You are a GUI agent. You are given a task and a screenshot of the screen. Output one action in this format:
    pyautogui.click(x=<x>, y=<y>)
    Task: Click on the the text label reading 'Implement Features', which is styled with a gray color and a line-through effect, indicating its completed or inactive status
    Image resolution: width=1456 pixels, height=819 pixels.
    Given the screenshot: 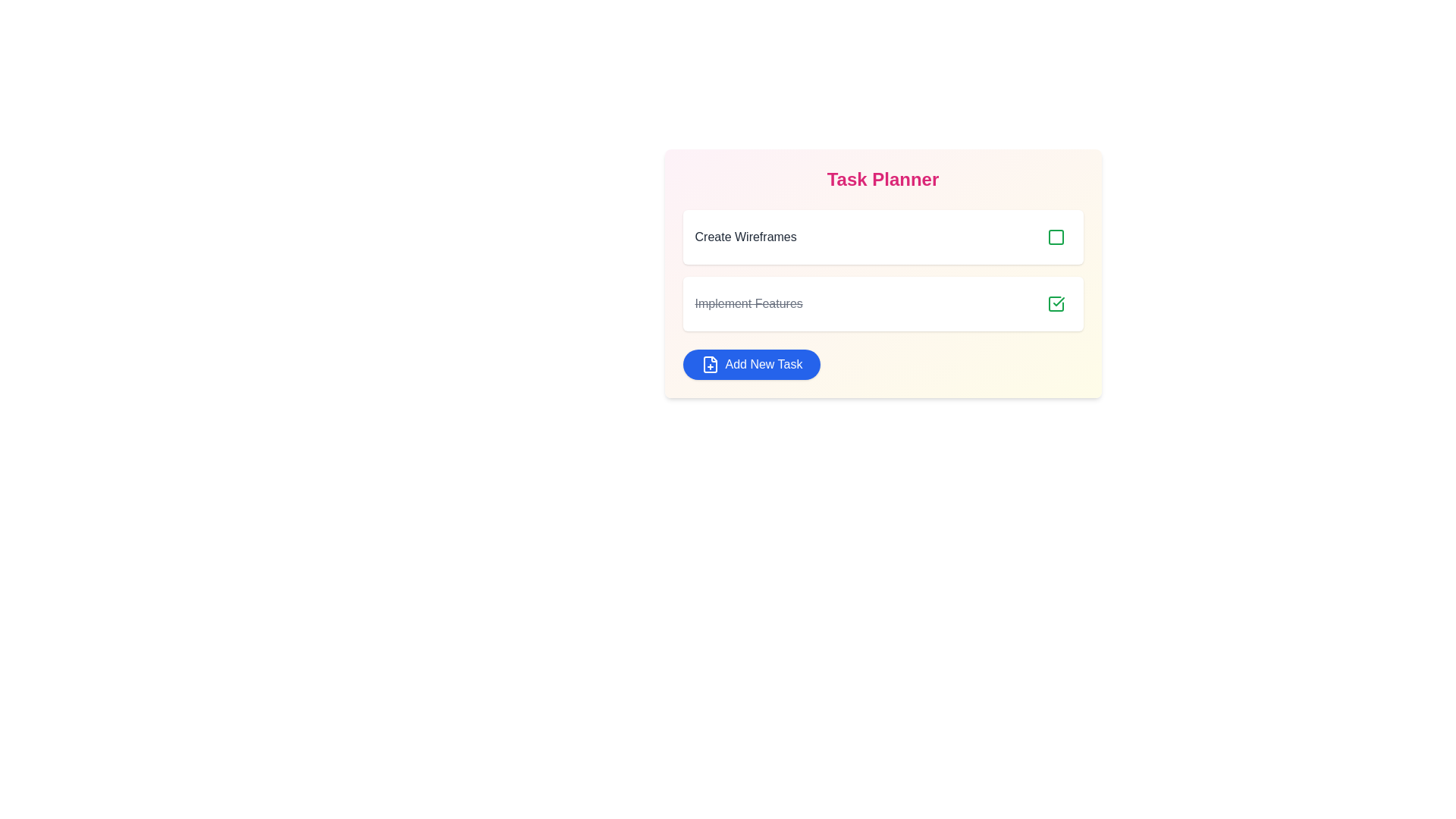 What is the action you would take?
    pyautogui.click(x=748, y=304)
    